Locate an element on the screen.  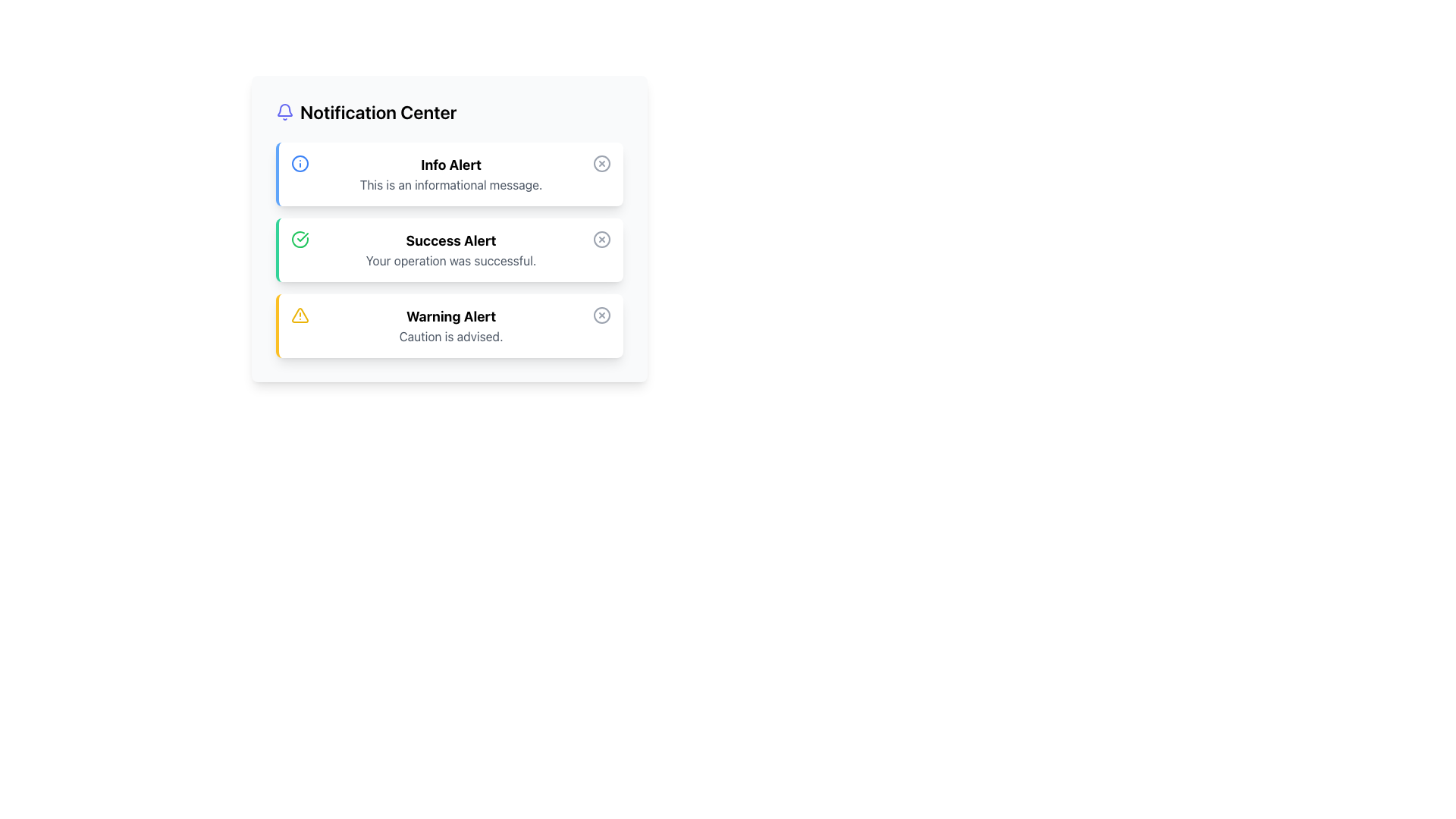
the first SVG Circle of the 'Info Alert' icon is located at coordinates (300, 164).